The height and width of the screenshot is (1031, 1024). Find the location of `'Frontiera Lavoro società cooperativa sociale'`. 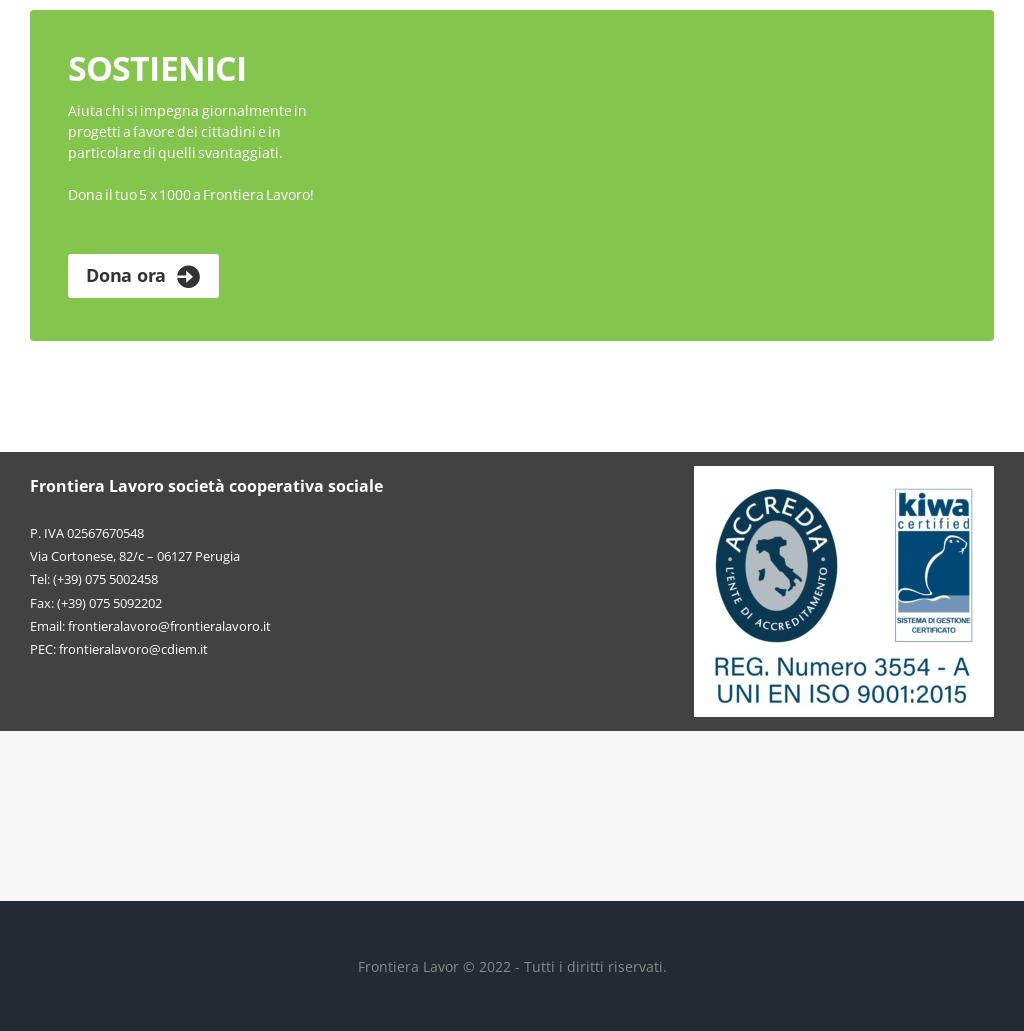

'Frontiera Lavoro società cooperativa sociale' is located at coordinates (30, 486).